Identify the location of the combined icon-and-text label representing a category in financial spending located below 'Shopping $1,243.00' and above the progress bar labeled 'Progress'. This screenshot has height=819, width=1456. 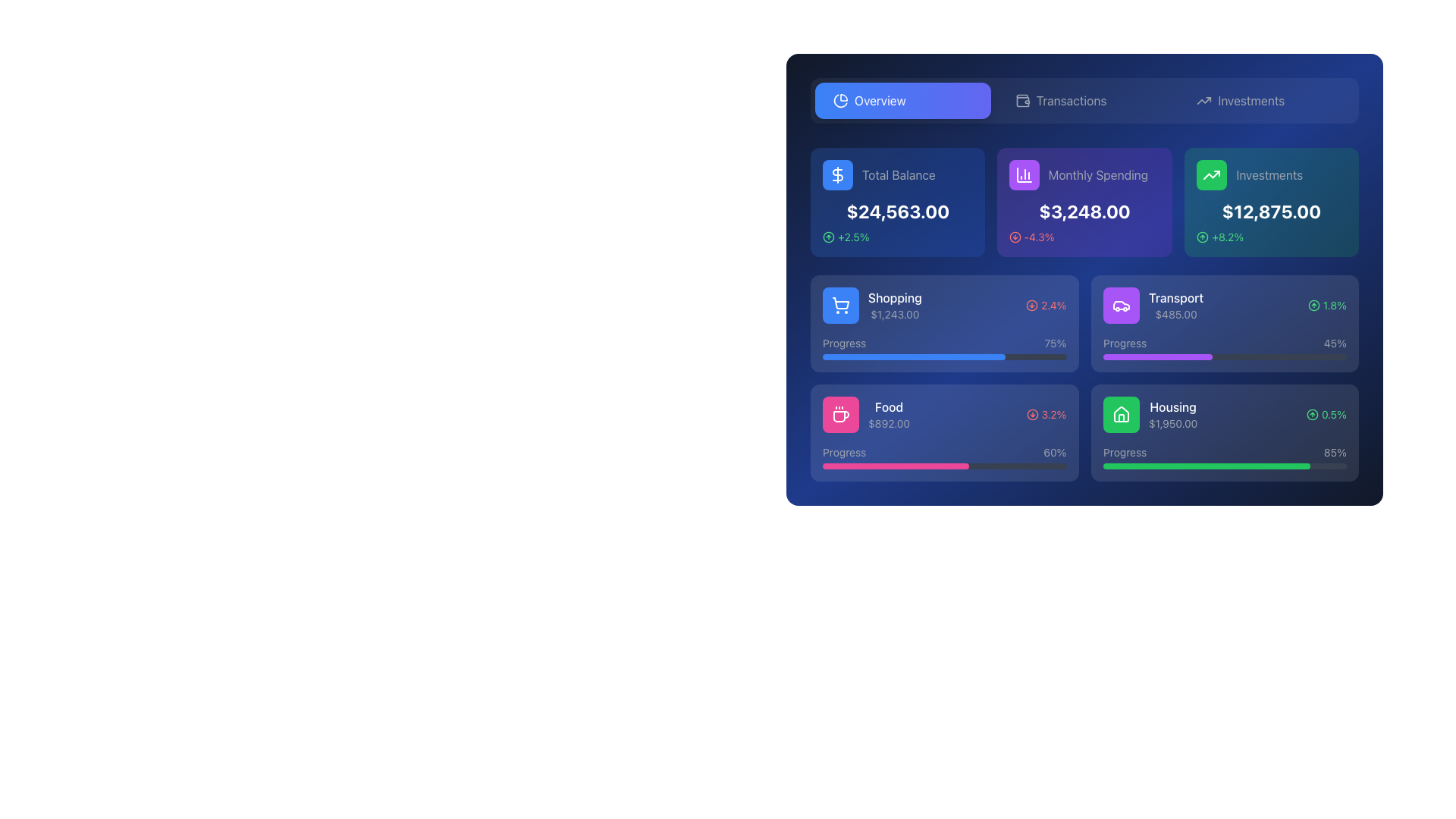
(866, 415).